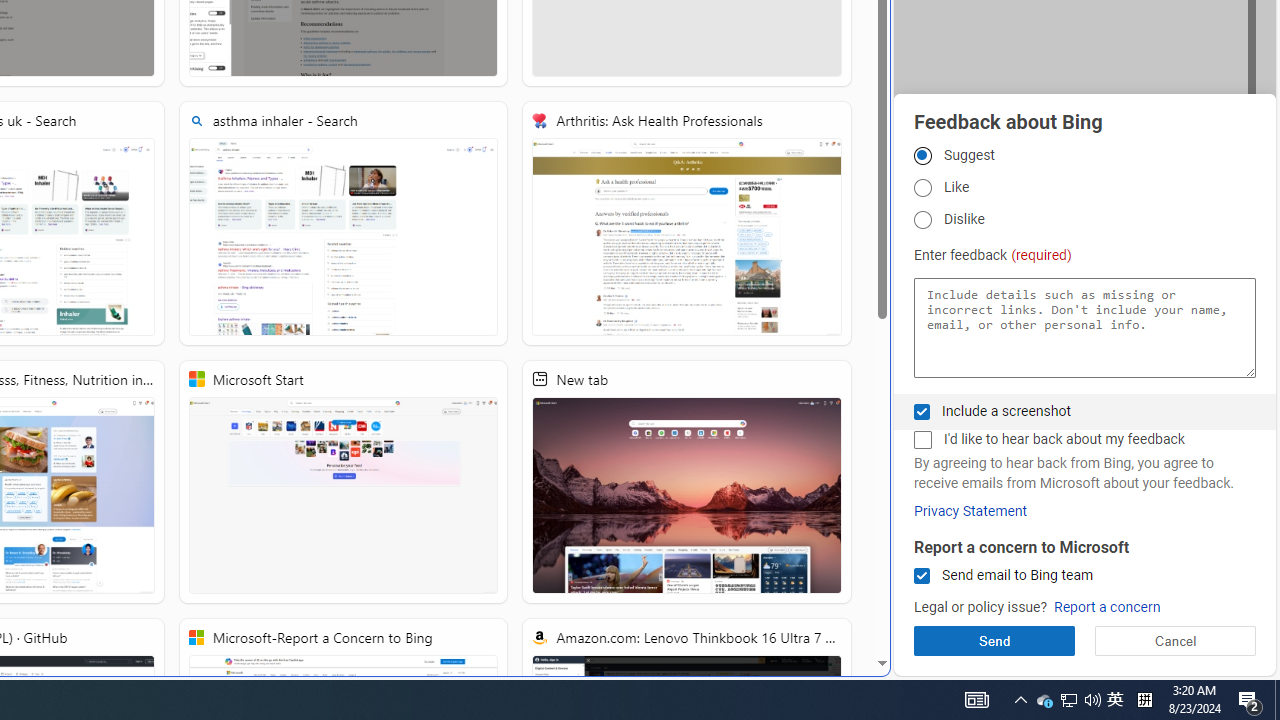 This screenshot has width=1280, height=720. Describe the element at coordinates (994, 640) in the screenshot. I see `'Send'` at that location.